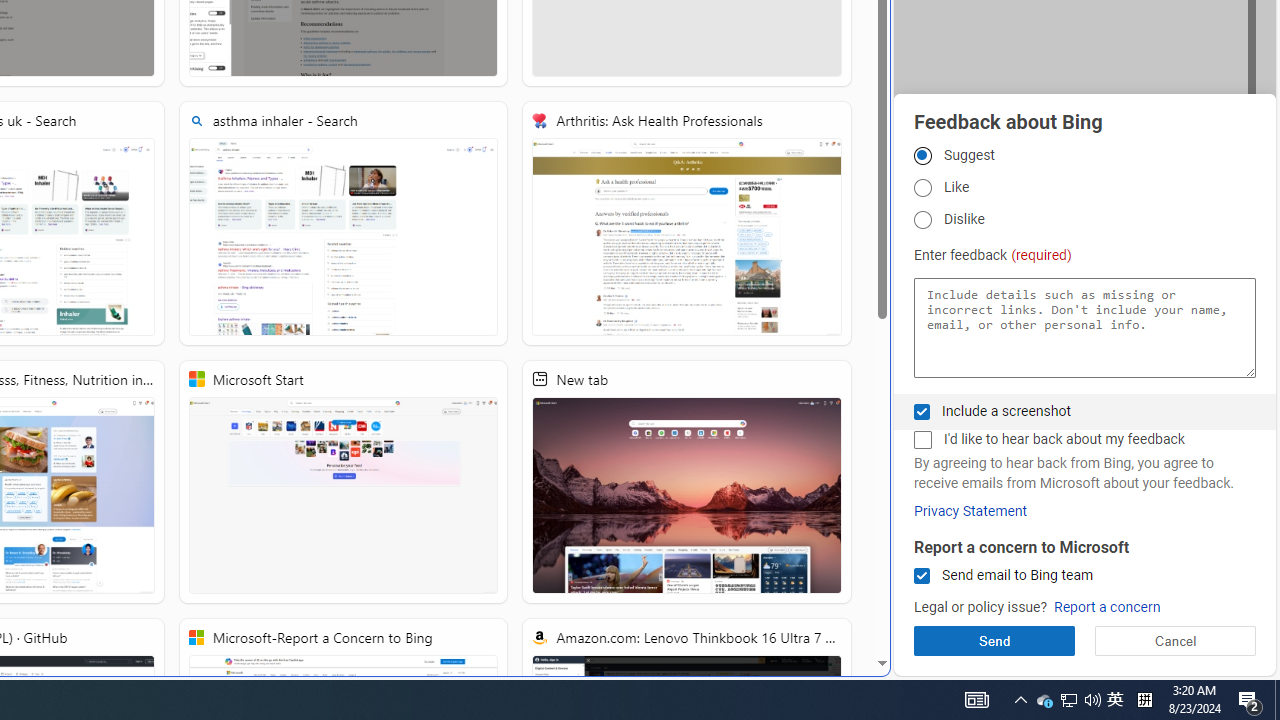 This screenshot has width=1280, height=720. Describe the element at coordinates (994, 640) in the screenshot. I see `'Send'` at that location.